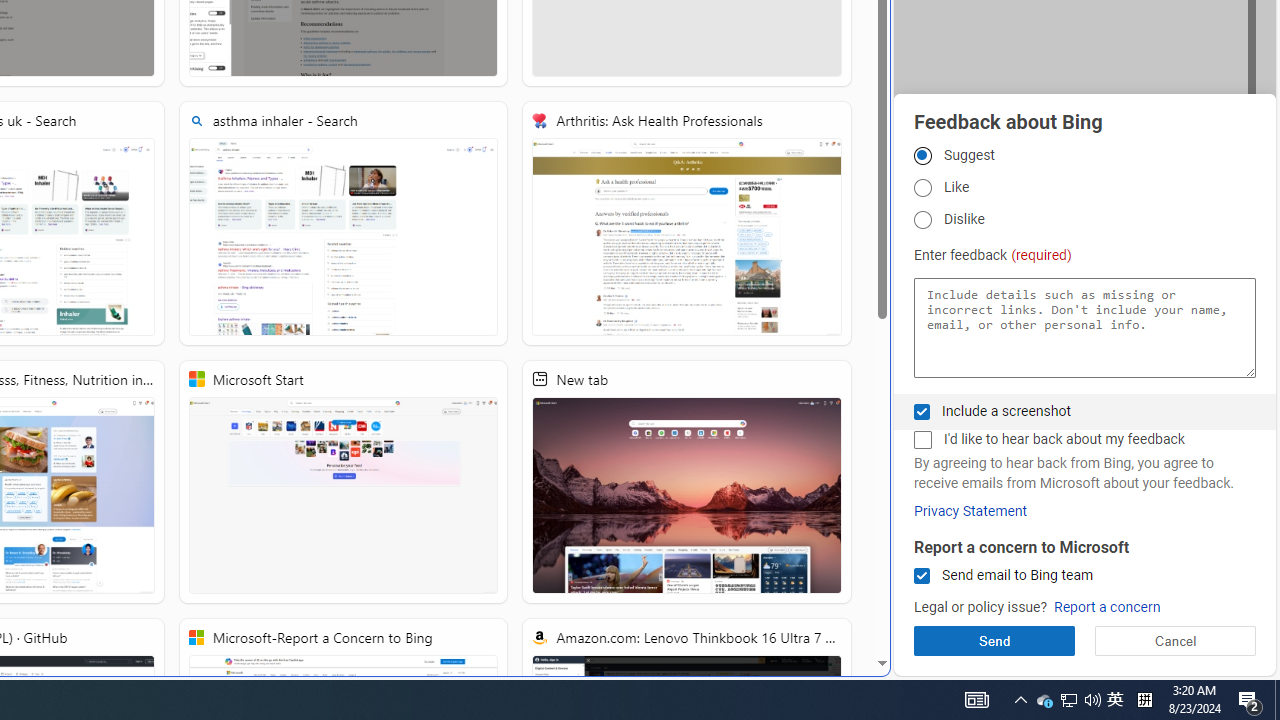 This screenshot has width=1280, height=720. Describe the element at coordinates (994, 640) in the screenshot. I see `'Send'` at that location.